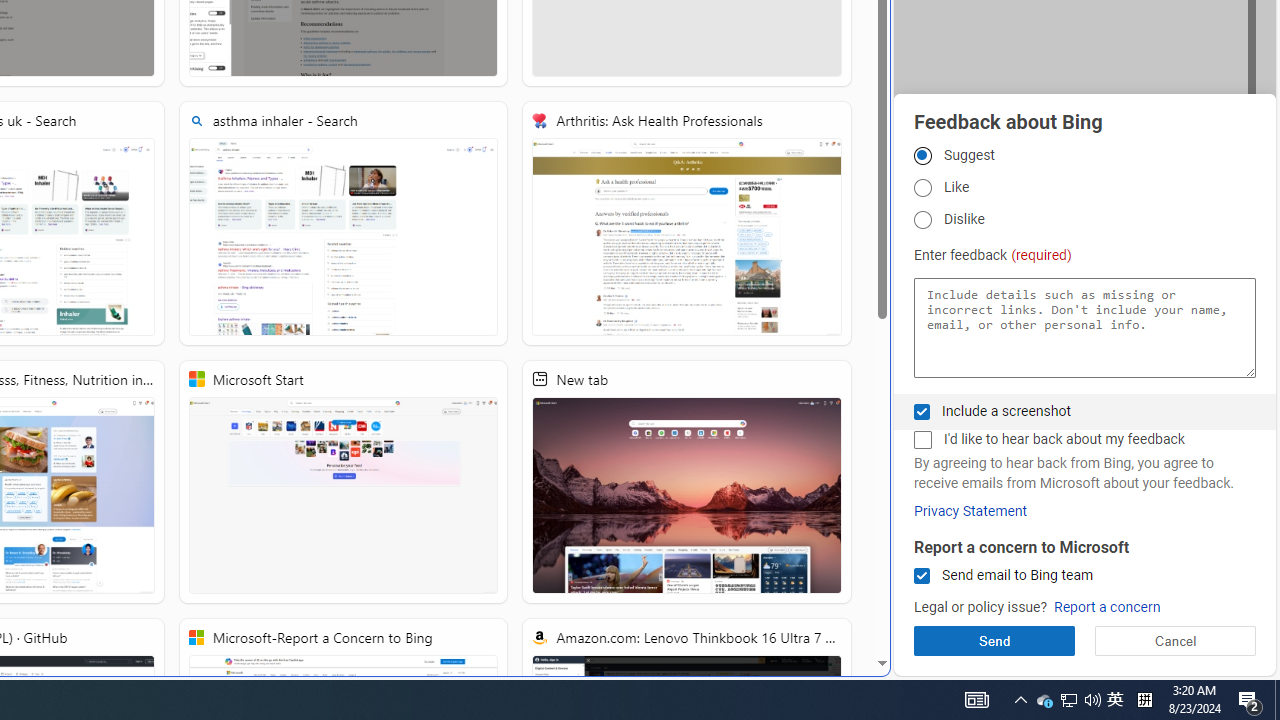 This screenshot has width=1280, height=720. Describe the element at coordinates (994, 640) in the screenshot. I see `'Send'` at that location.